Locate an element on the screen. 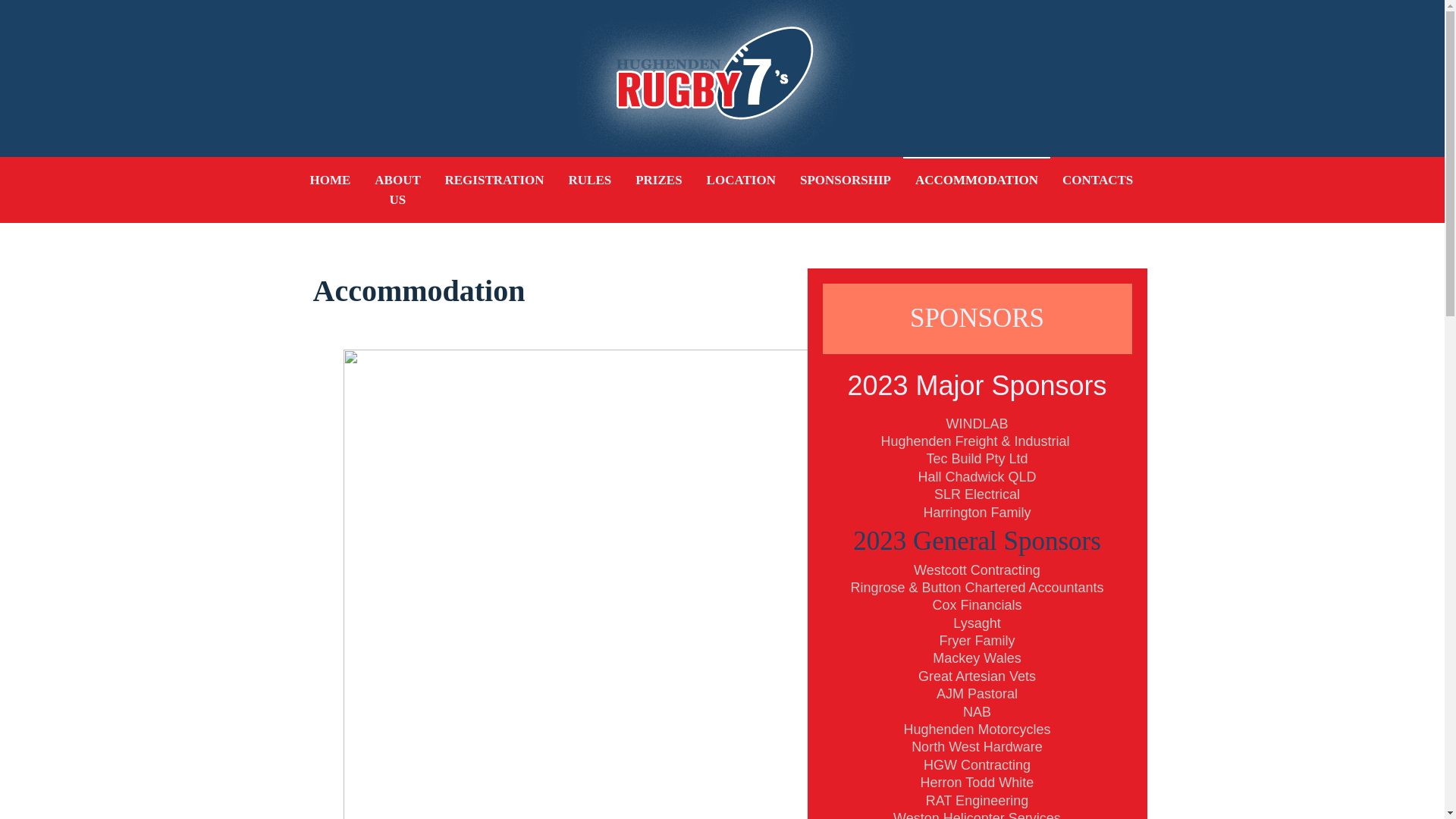 The image size is (1456, 819). 'ABOUT US' is located at coordinates (362, 189).